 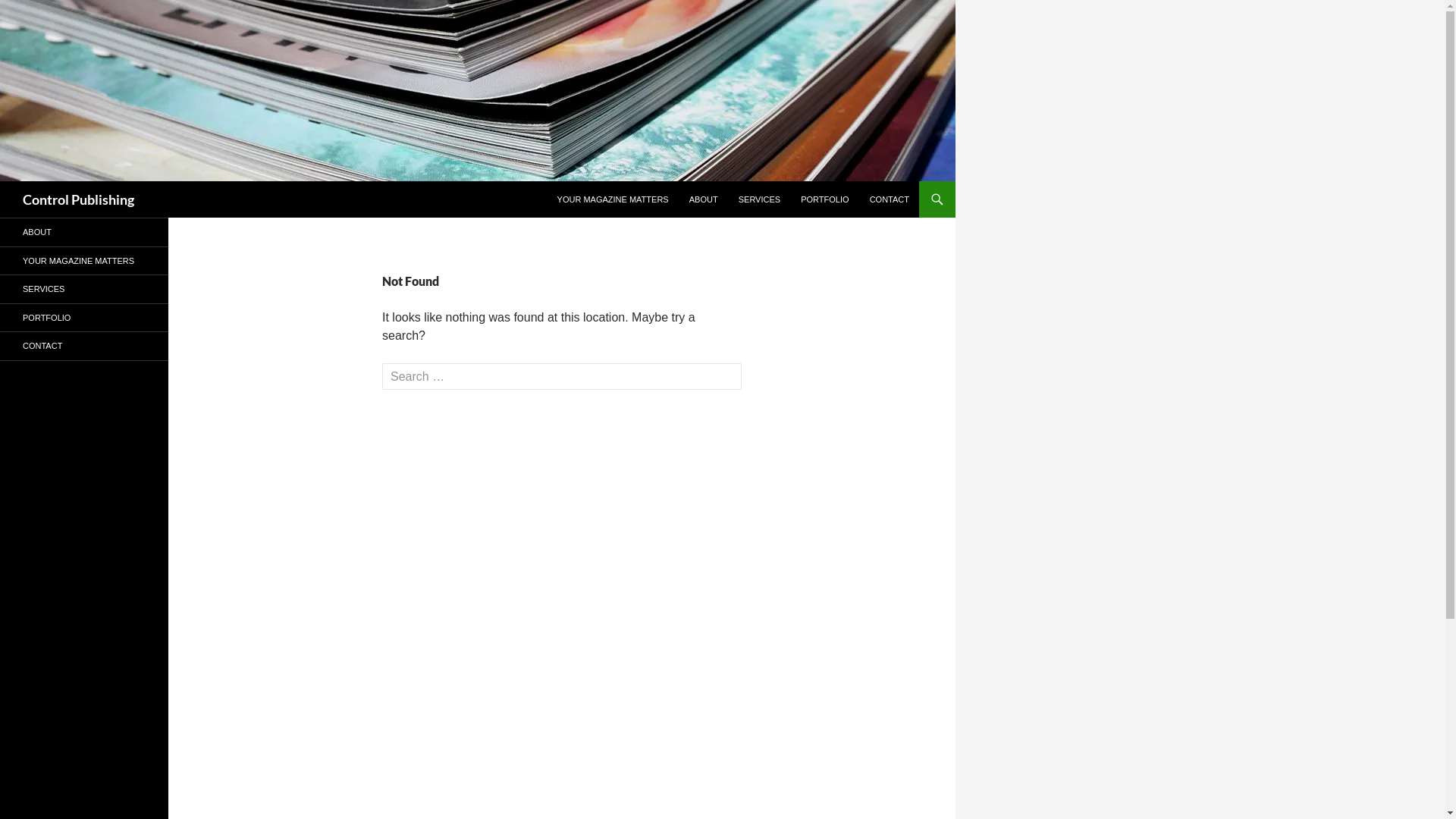 I want to click on 'YOUR MAGAZINE MATTERS', so click(x=83, y=260).